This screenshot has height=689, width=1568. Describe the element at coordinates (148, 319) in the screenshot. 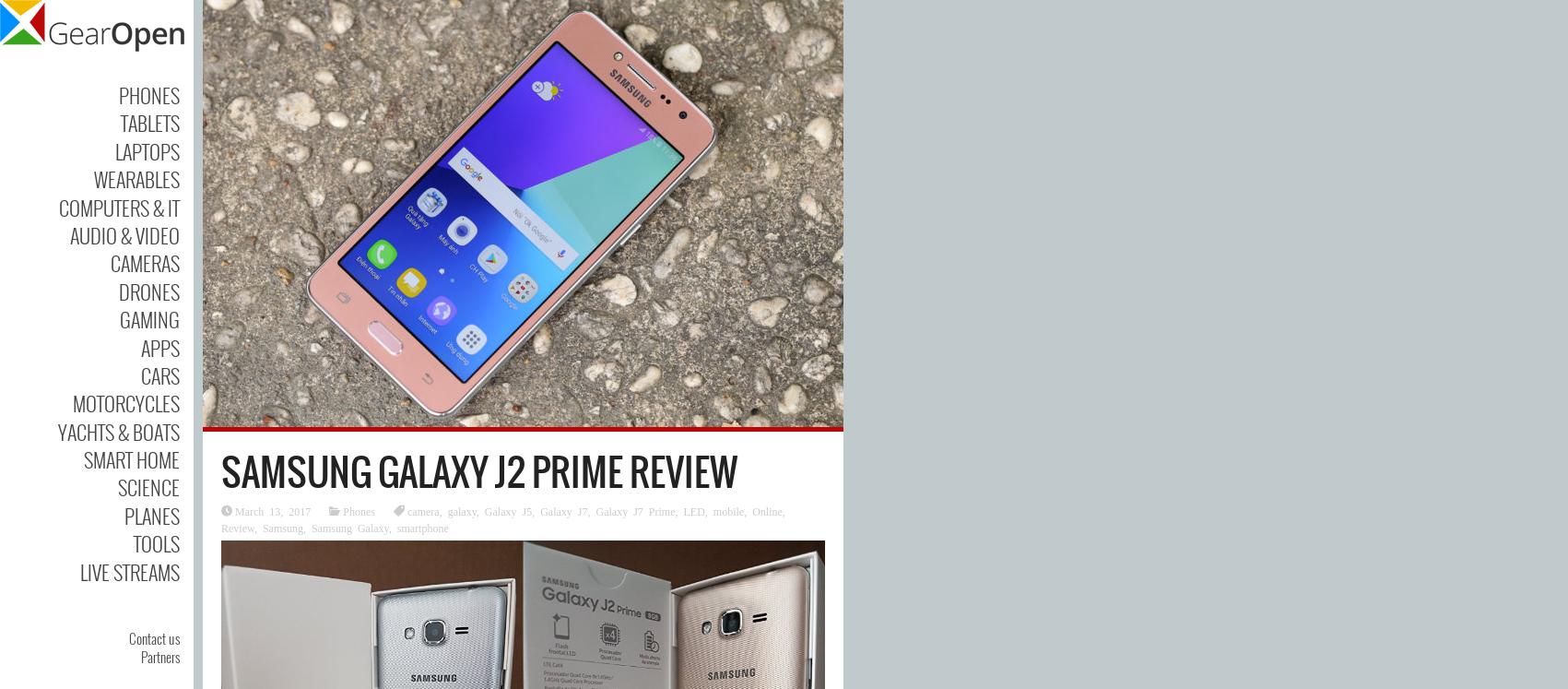

I see `'Gaming'` at that location.